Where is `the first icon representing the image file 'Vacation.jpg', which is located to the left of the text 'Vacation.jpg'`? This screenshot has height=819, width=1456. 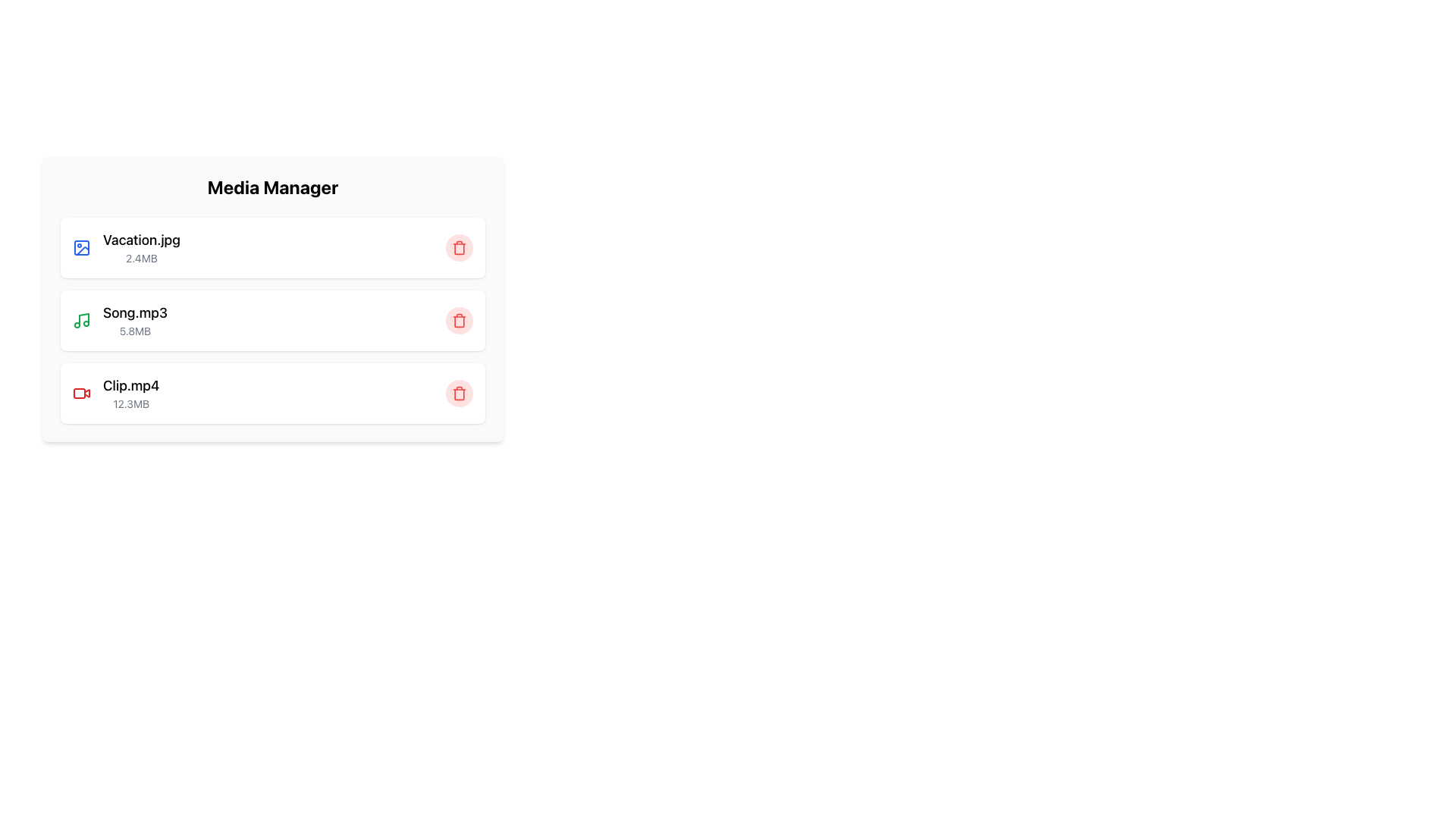 the first icon representing the image file 'Vacation.jpg', which is located to the left of the text 'Vacation.jpg' is located at coordinates (81, 247).